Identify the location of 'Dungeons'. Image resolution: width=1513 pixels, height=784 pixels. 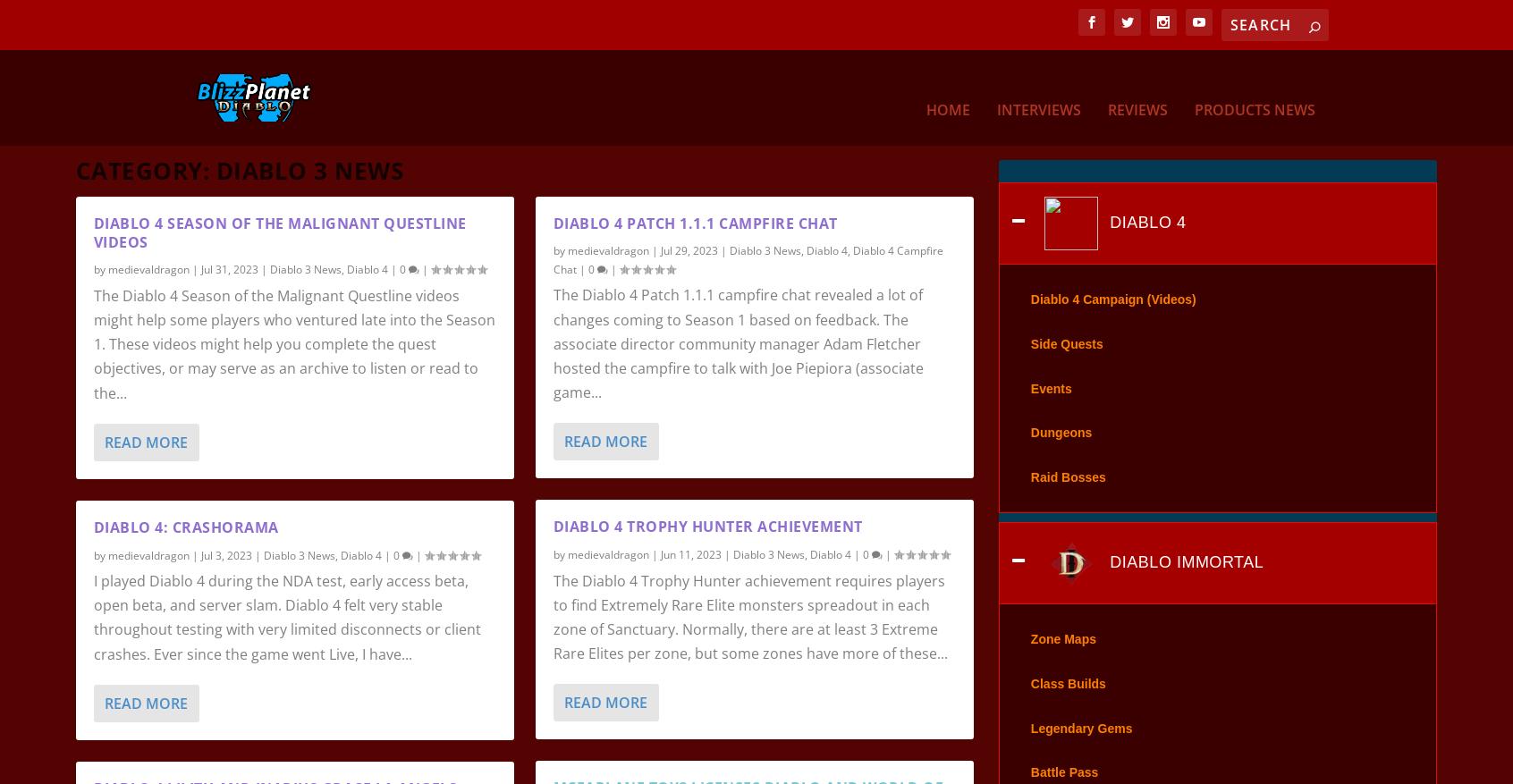
(1029, 456).